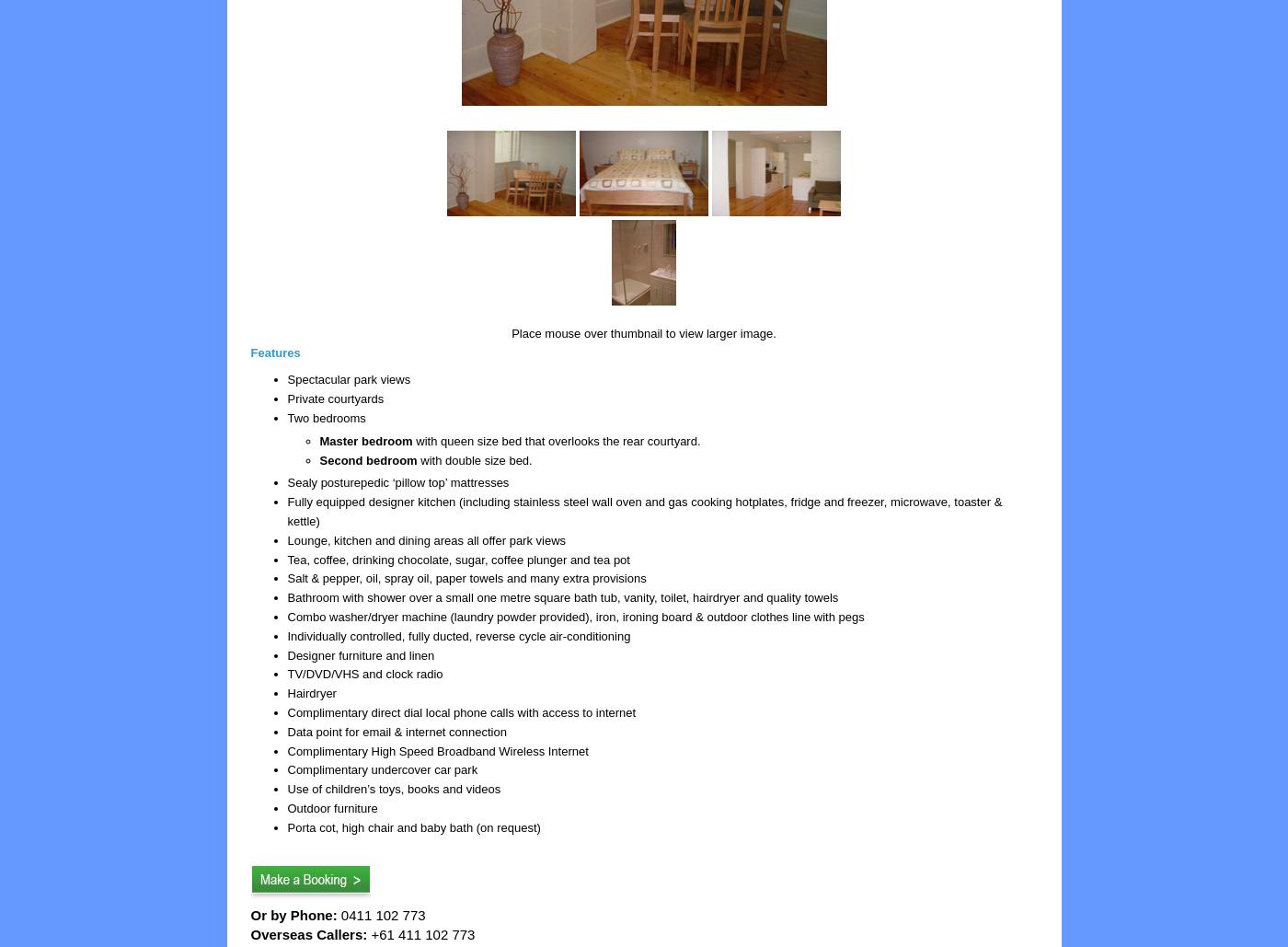 The image size is (1288, 947). Describe the element at coordinates (382, 768) in the screenshot. I see `'Complimentary undercover car park'` at that location.